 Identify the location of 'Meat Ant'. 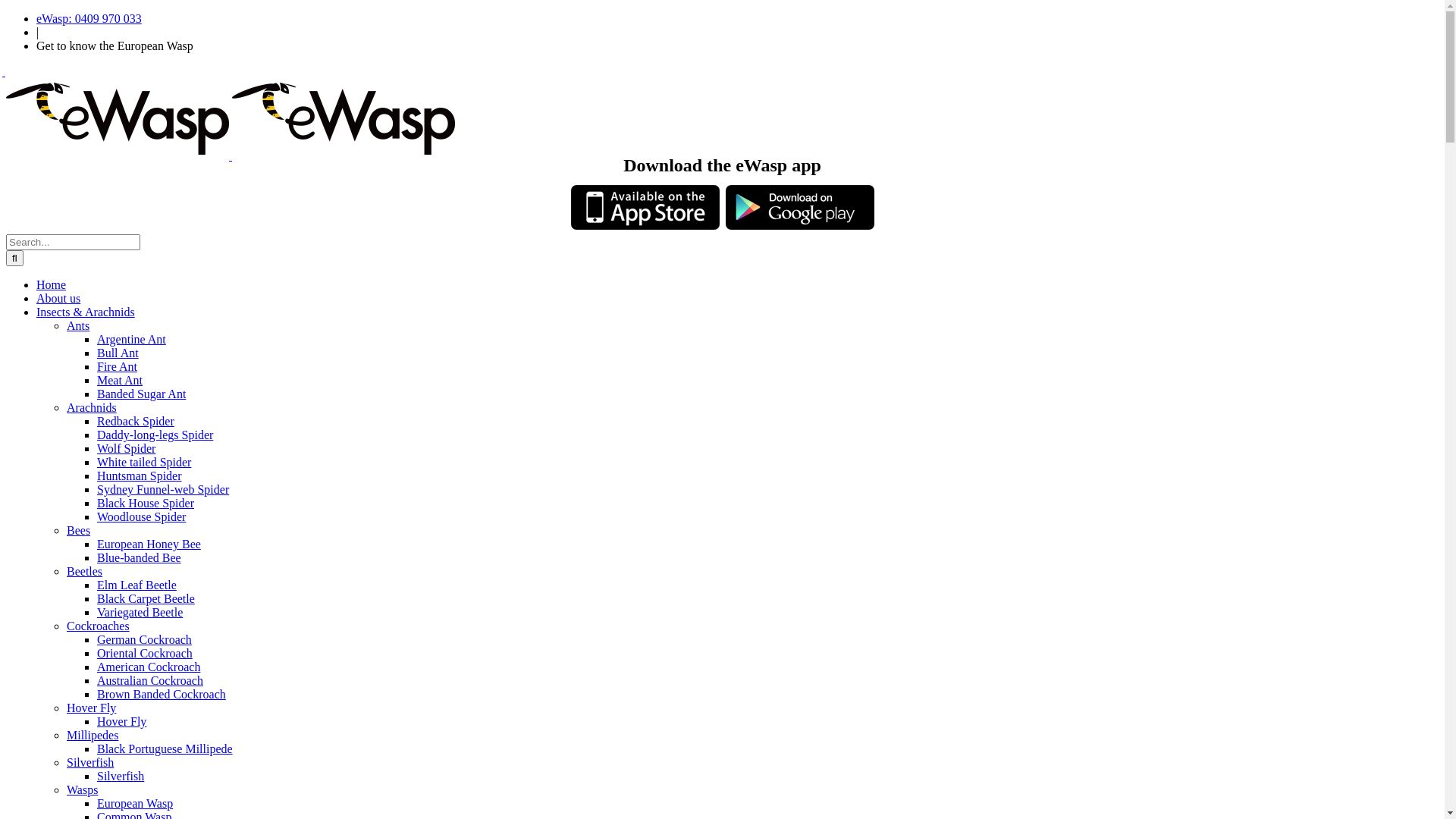
(96, 379).